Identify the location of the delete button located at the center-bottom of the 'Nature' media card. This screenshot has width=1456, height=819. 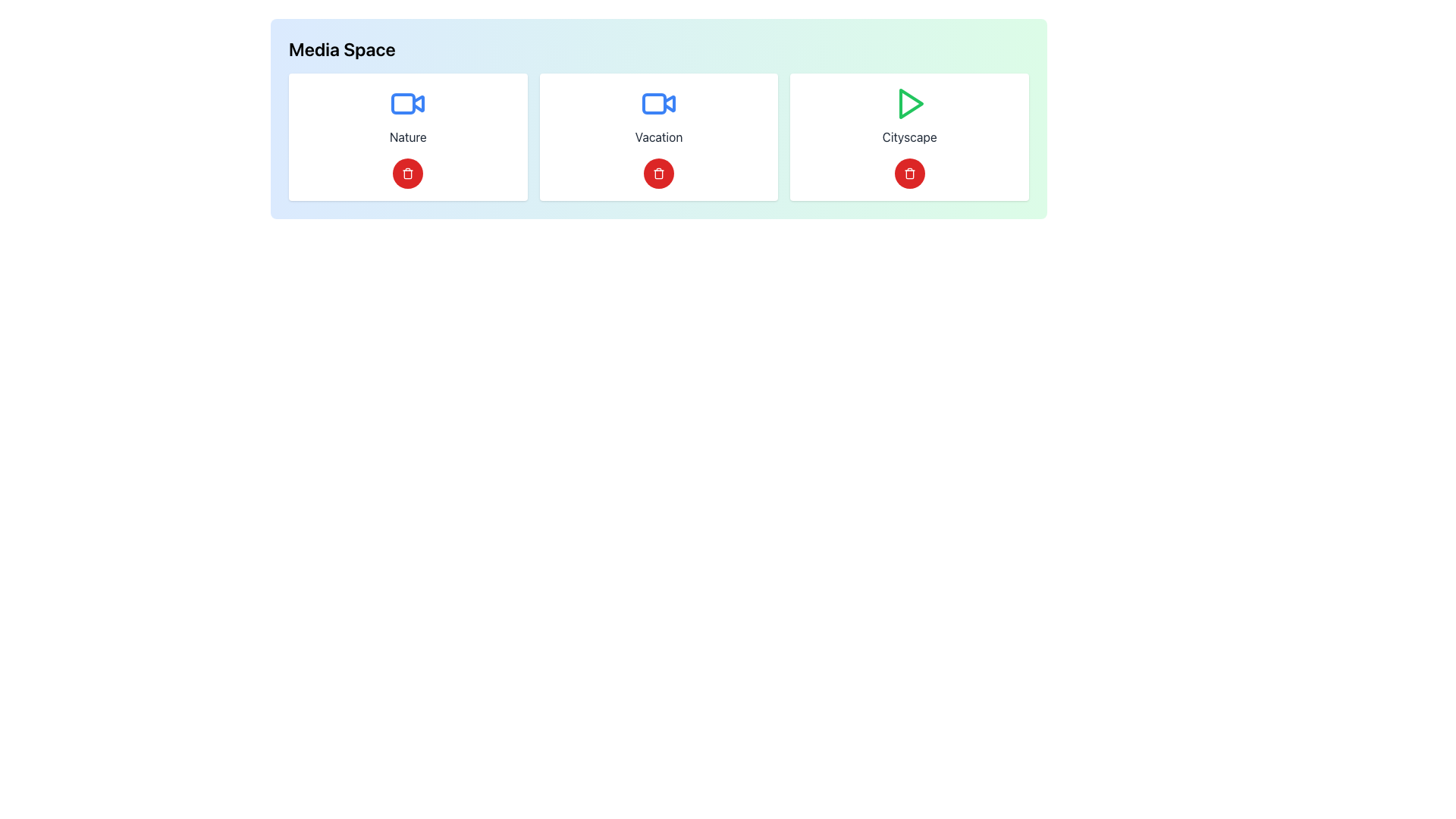
(408, 172).